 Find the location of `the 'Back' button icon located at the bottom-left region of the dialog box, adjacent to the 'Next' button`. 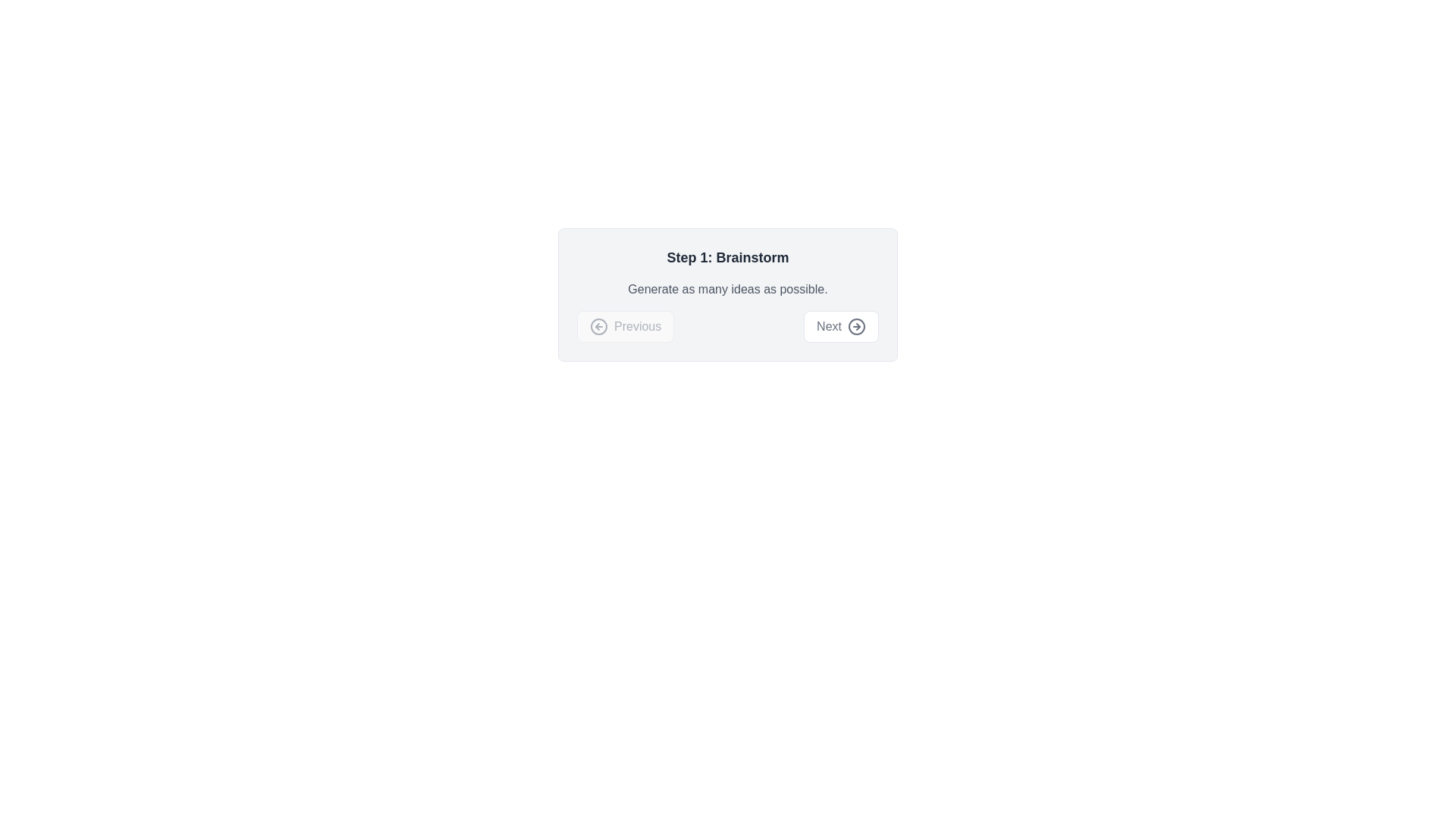

the 'Back' button icon located at the bottom-left region of the dialog box, adjacent to the 'Next' button is located at coordinates (598, 326).